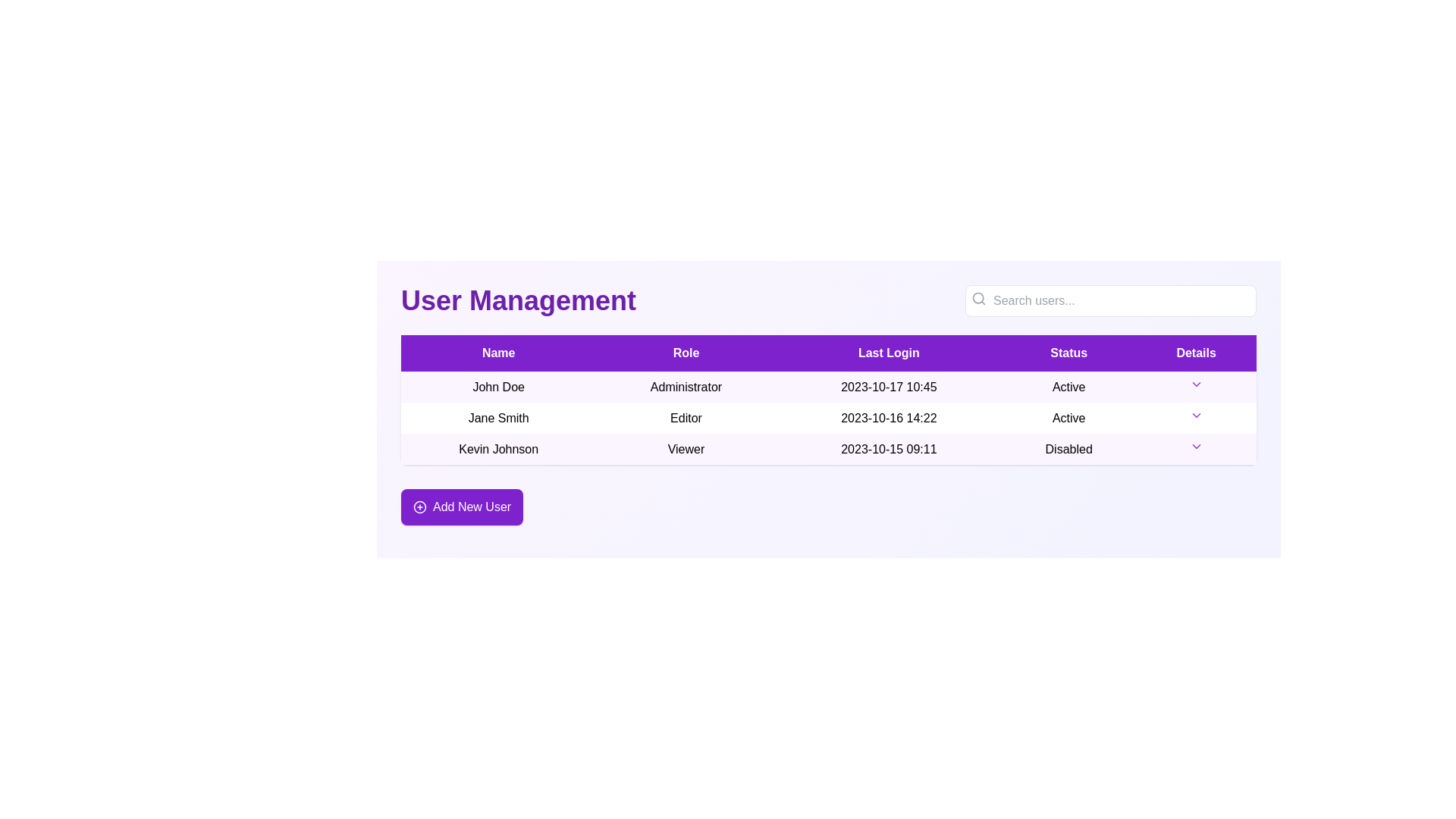 The width and height of the screenshot is (1456, 819). Describe the element at coordinates (685, 353) in the screenshot. I see `the 'Roles' header label in the table, which is the second header in a sequence of five, located between 'Name' and 'Last Login'` at that location.